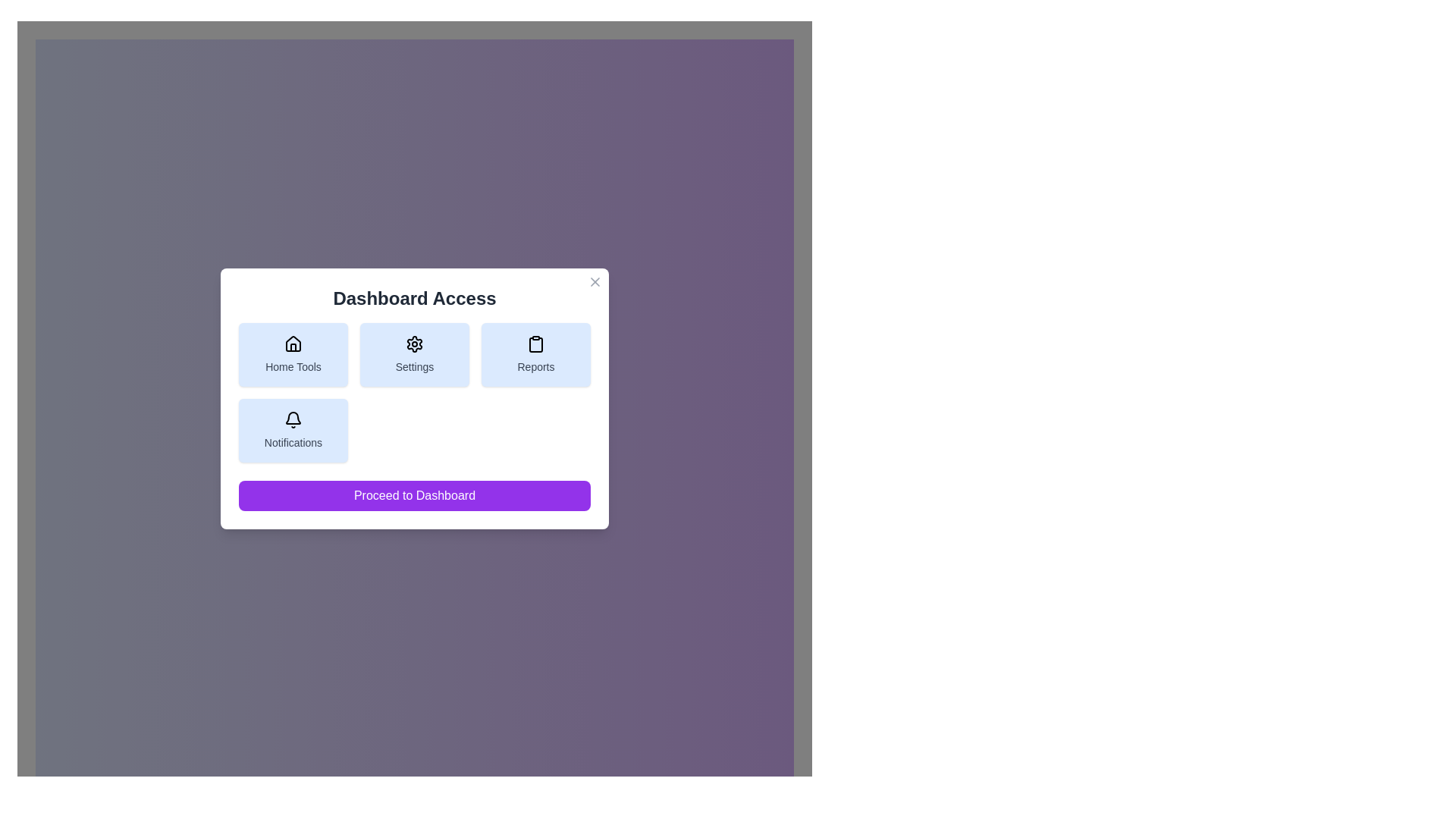 This screenshot has width=1456, height=819. What do you see at coordinates (415, 354) in the screenshot?
I see `the settings button in the 'Dashboard Access' modal` at bounding box center [415, 354].